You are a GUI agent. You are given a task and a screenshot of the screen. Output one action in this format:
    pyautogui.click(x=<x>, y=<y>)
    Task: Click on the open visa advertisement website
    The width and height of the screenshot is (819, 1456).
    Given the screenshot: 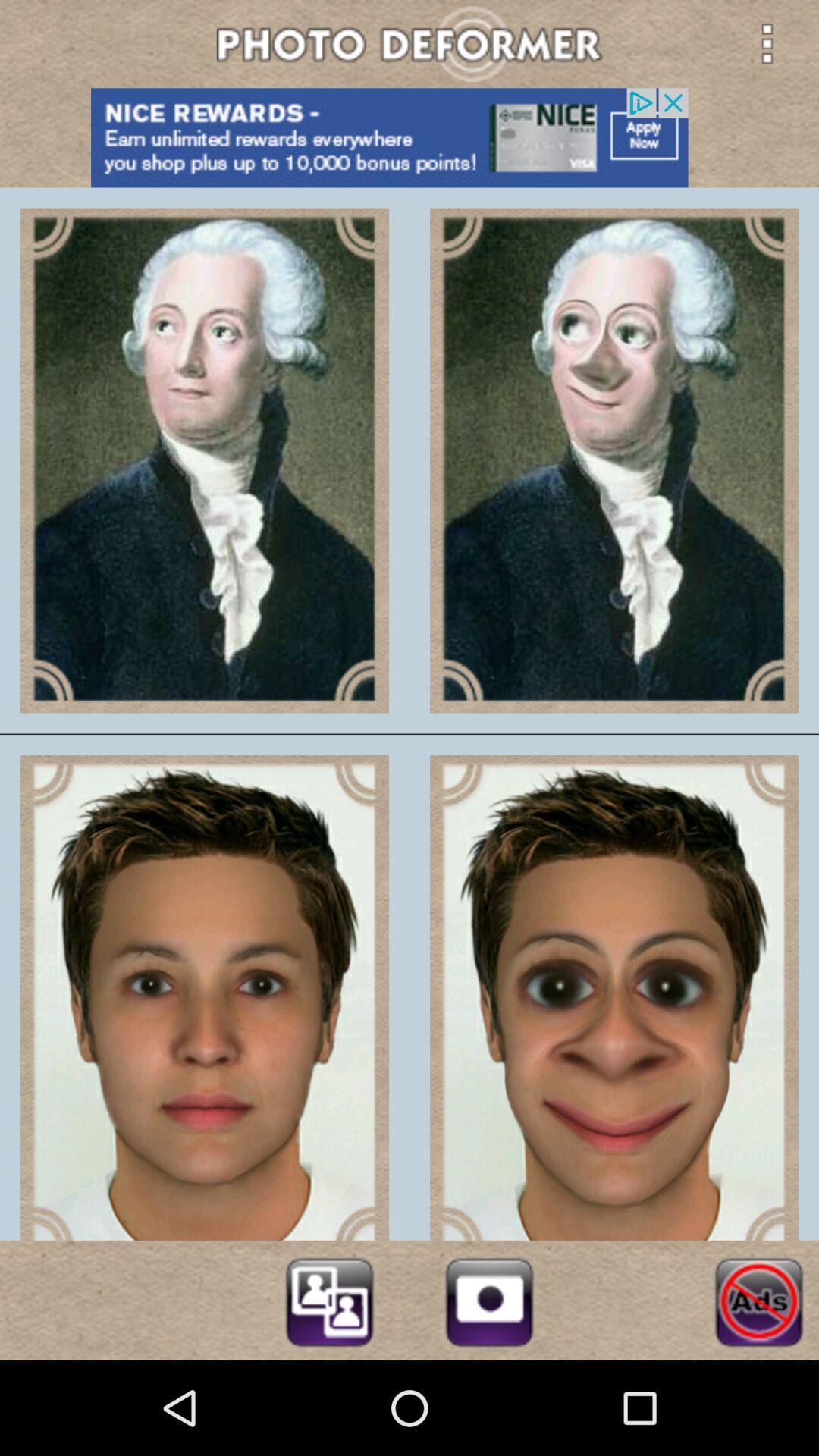 What is the action you would take?
    pyautogui.click(x=409, y=137)
    